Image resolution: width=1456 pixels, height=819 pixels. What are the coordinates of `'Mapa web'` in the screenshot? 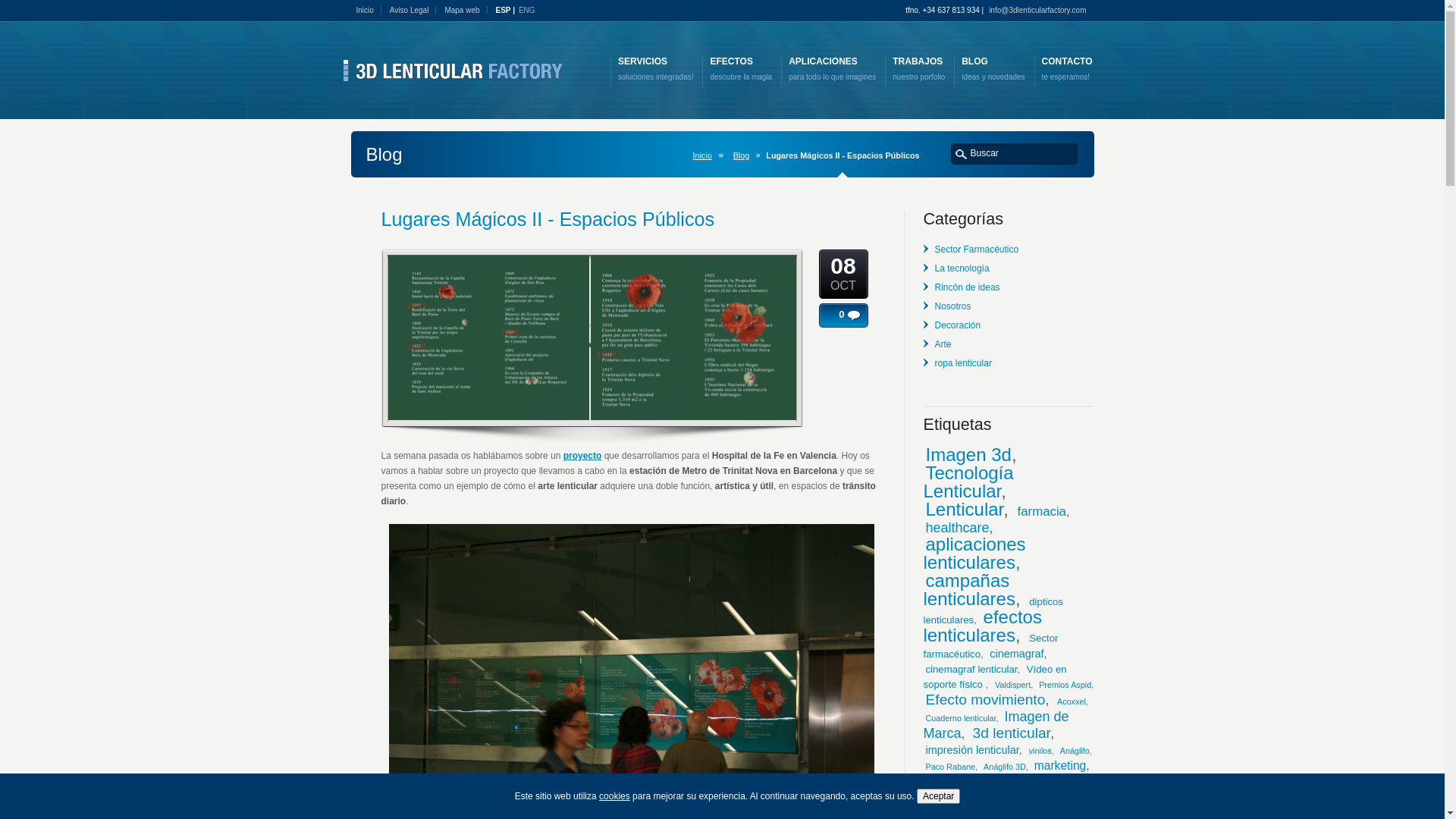 It's located at (465, 10).